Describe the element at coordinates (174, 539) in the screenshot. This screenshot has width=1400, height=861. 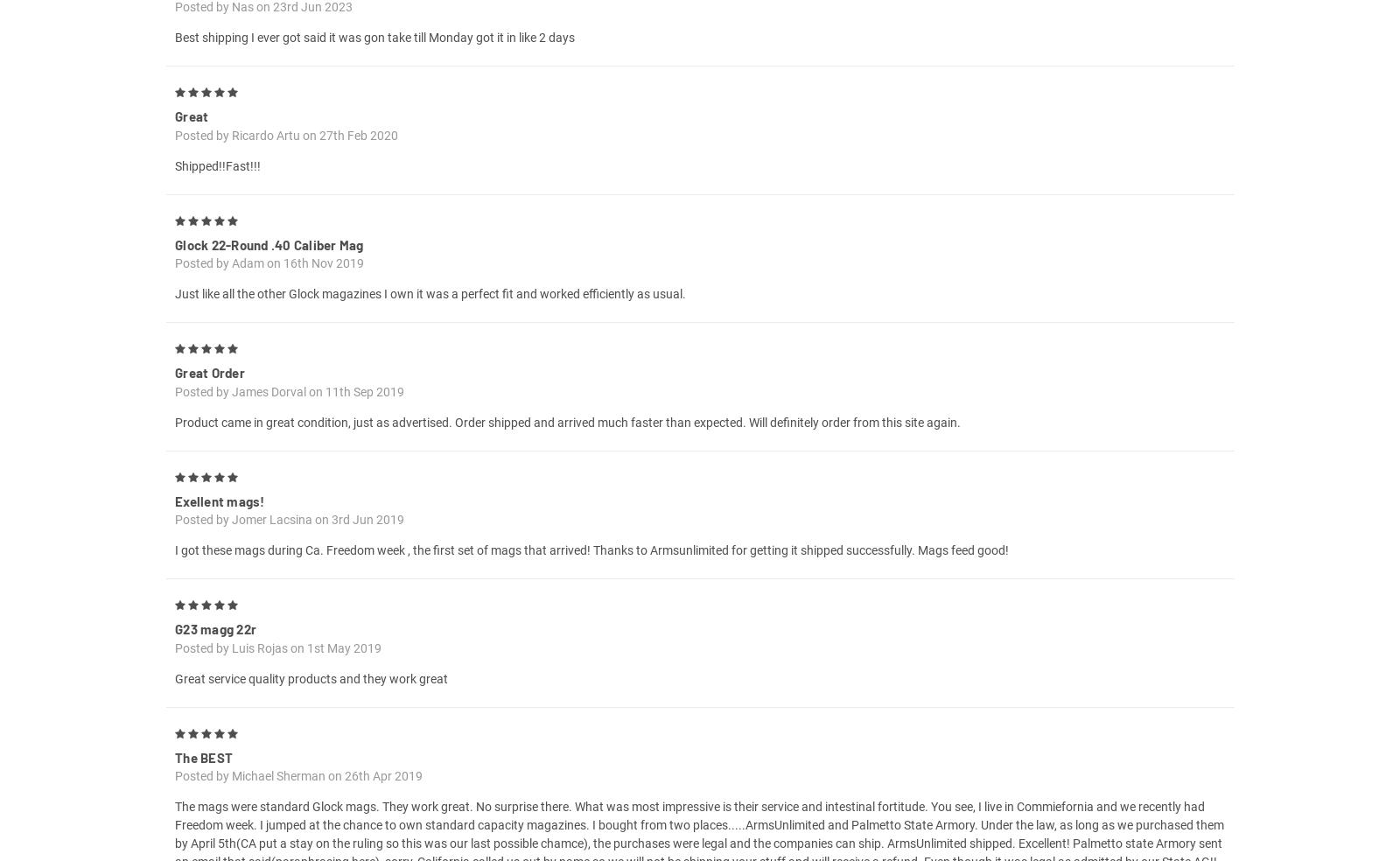
I see `'Posted by Jomer Lacsina on 3rd Jun 2019'` at that location.